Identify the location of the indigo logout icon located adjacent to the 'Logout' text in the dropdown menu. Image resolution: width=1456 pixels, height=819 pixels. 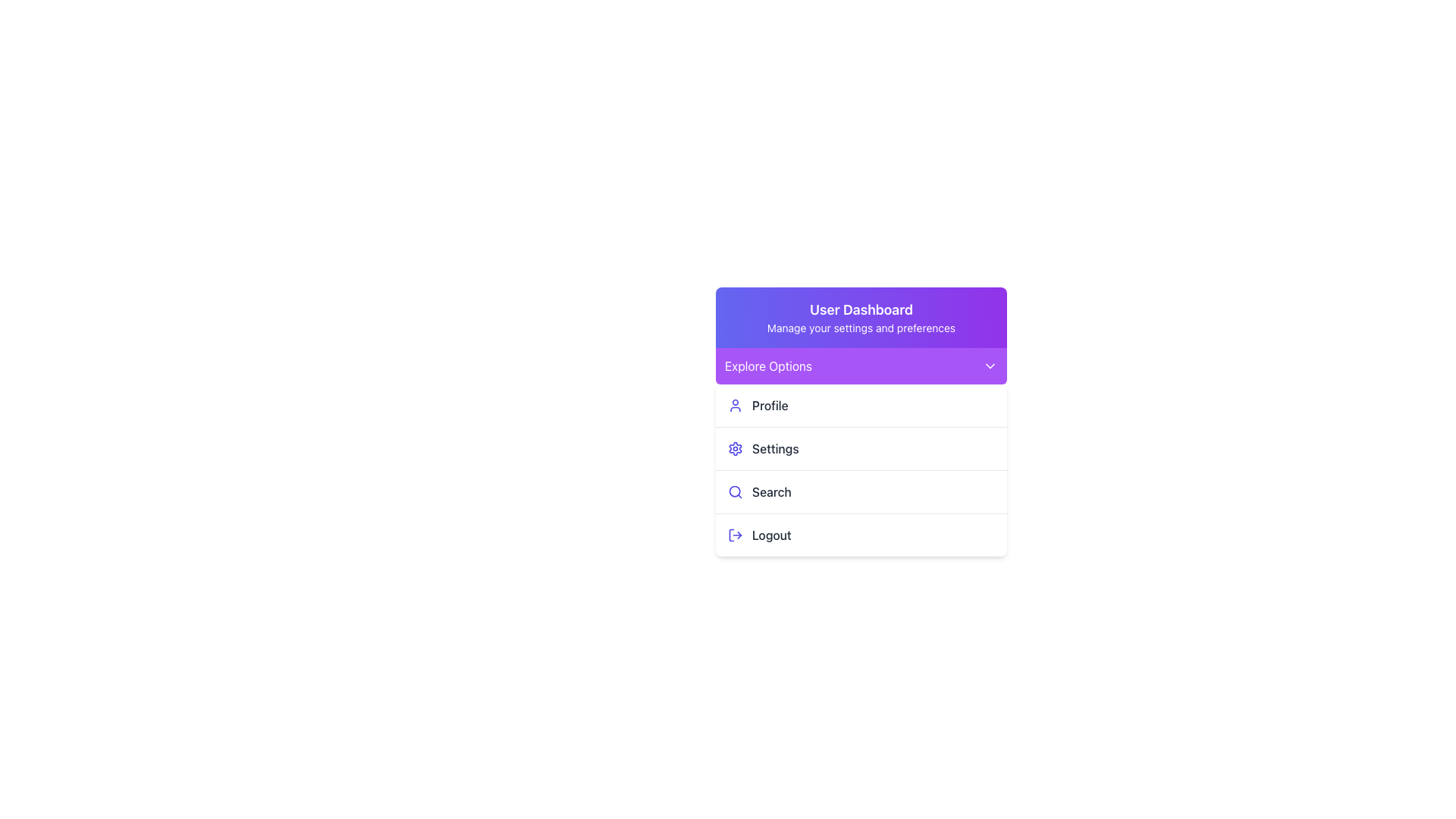
(735, 534).